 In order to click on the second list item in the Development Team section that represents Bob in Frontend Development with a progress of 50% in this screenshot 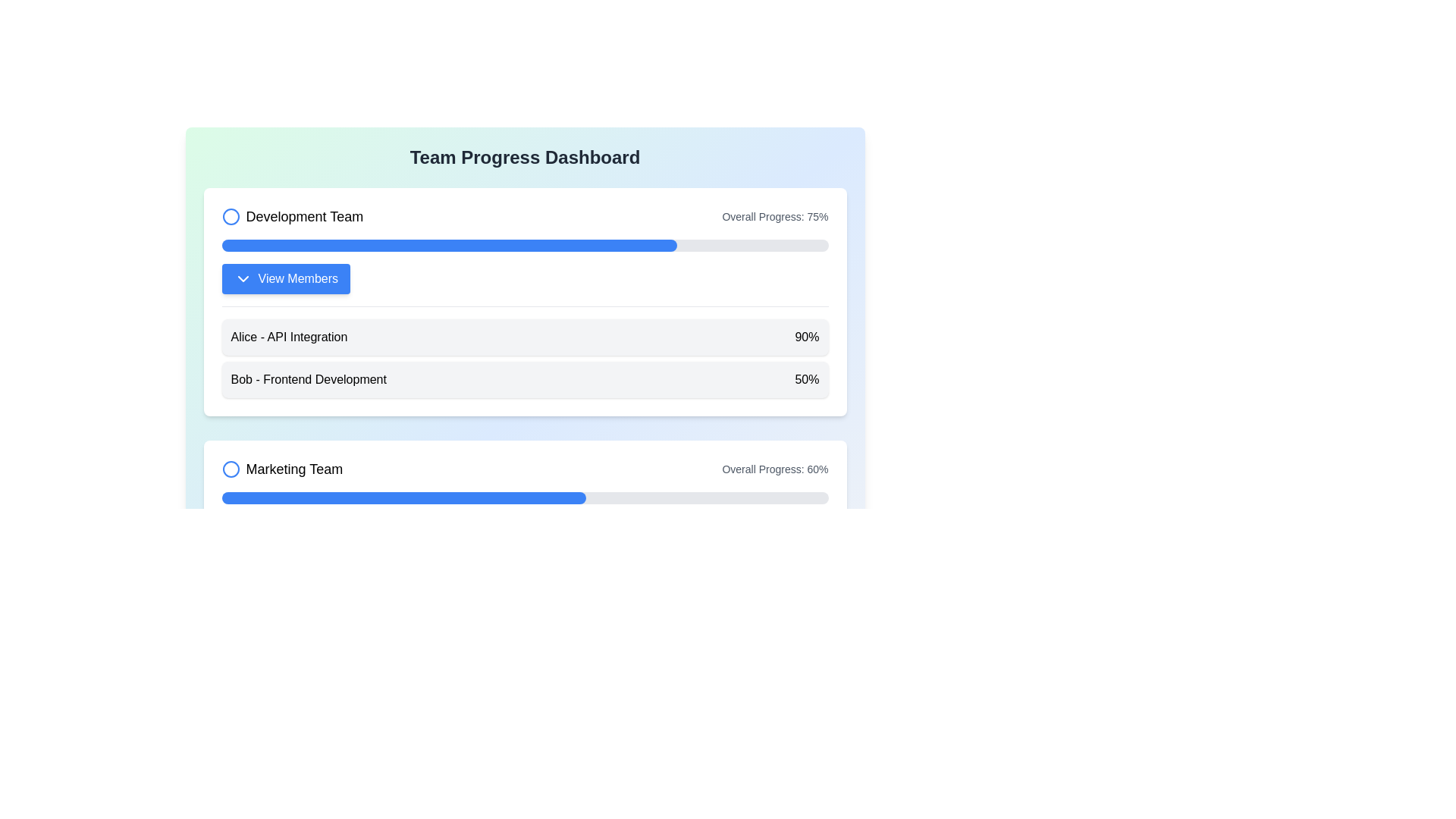, I will do `click(525, 379)`.